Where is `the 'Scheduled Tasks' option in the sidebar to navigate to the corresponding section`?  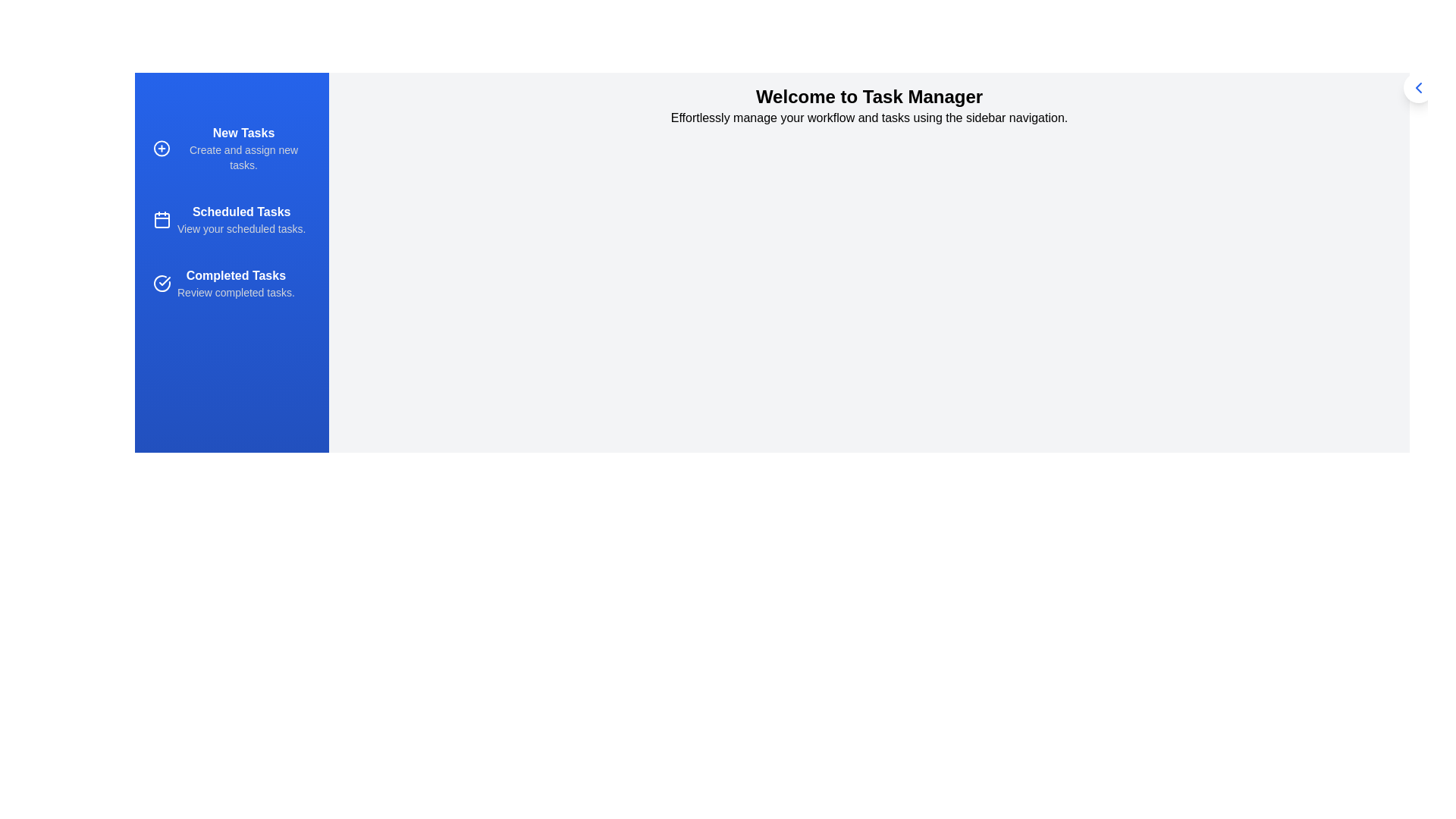 the 'Scheduled Tasks' option in the sidebar to navigate to the corresponding section is located at coordinates (231, 219).